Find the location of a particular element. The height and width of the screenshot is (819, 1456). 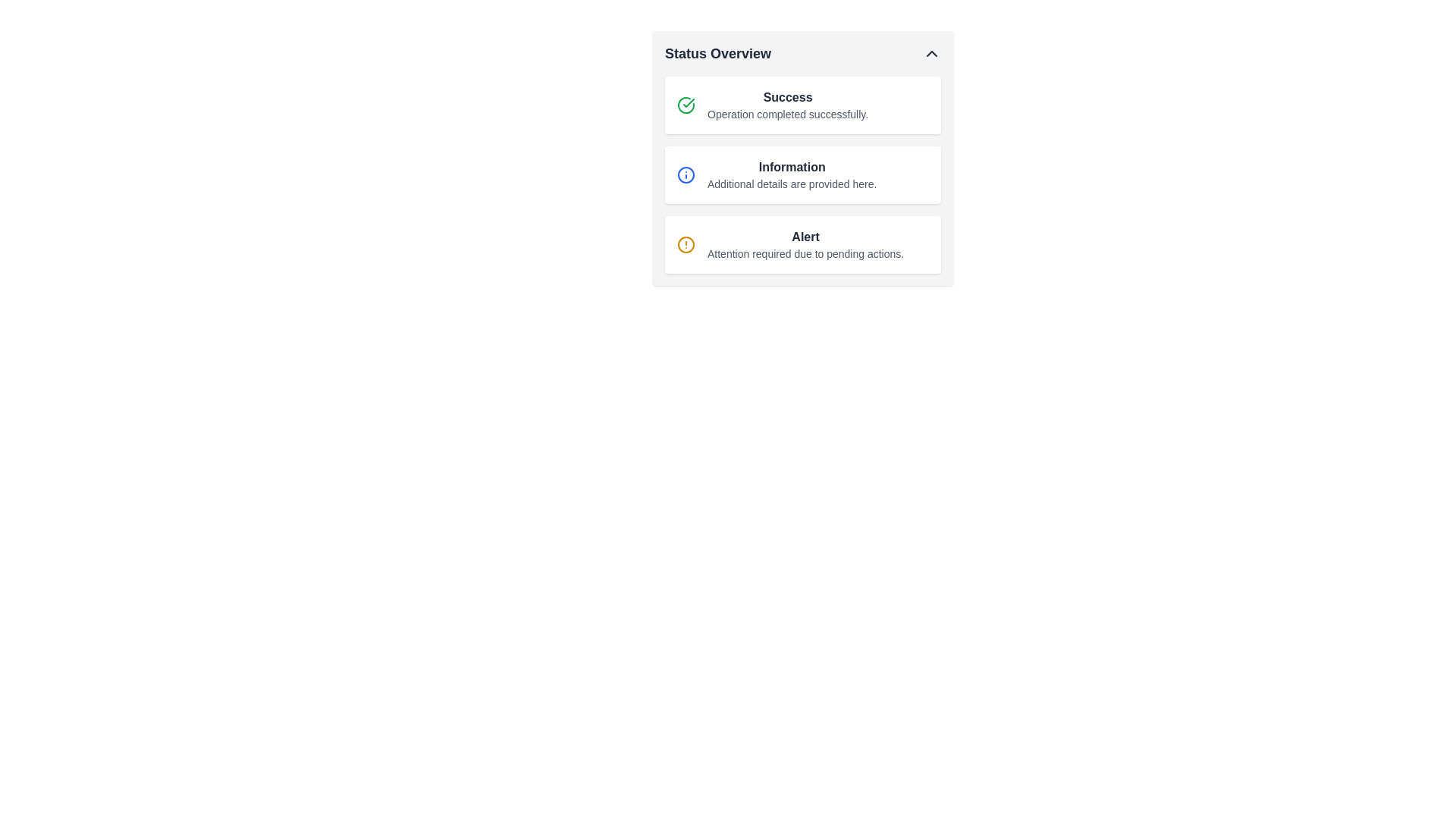

the Decorative SVG circle that visually represents a warning or alert status within the 'Alert' section of the 'Status Overview' panel, located to the left of the 'Alert' label is located at coordinates (686, 244).